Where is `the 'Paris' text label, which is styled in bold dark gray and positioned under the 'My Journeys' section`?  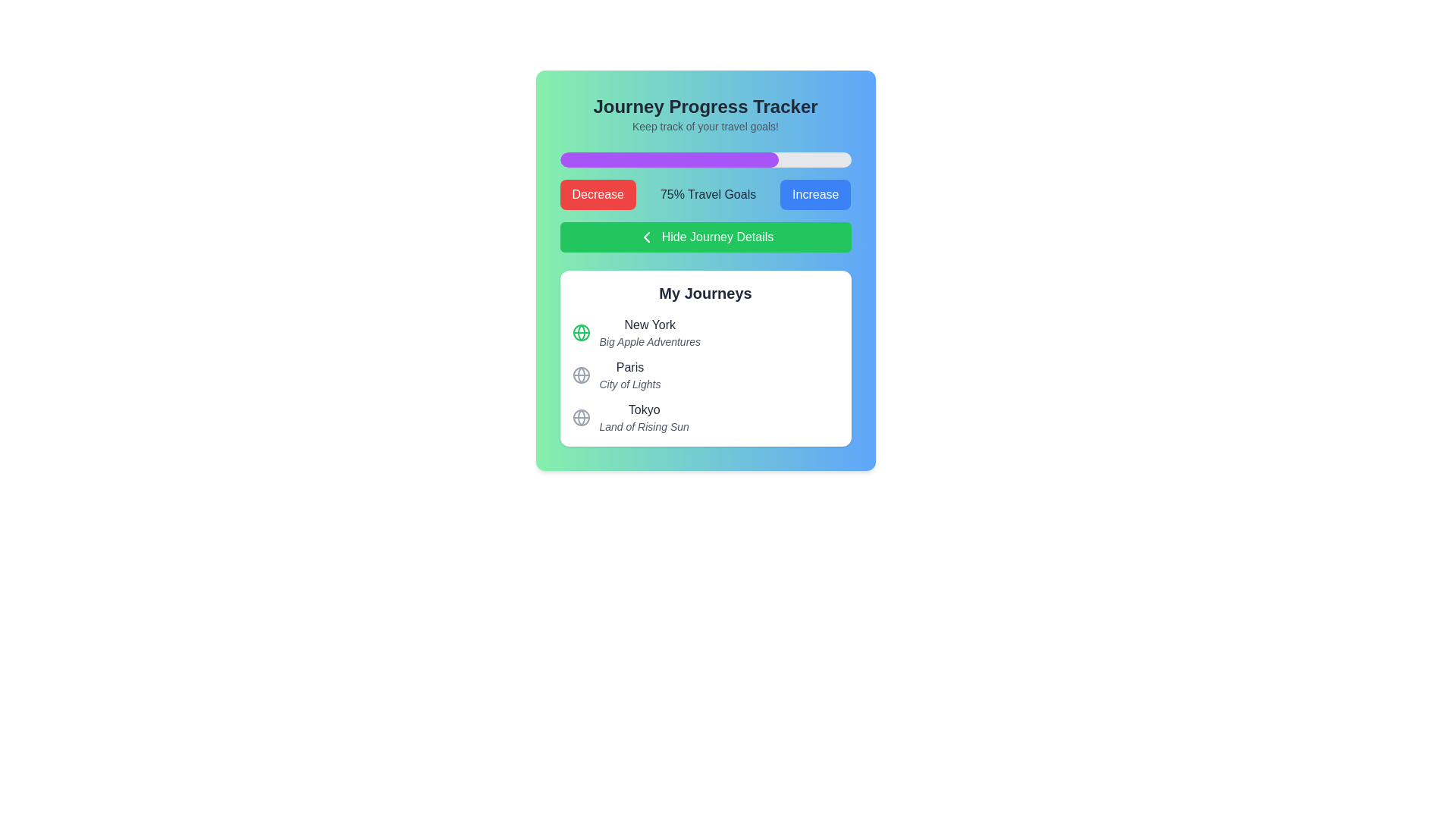 the 'Paris' text label, which is styled in bold dark gray and positioned under the 'My Journeys' section is located at coordinates (629, 368).